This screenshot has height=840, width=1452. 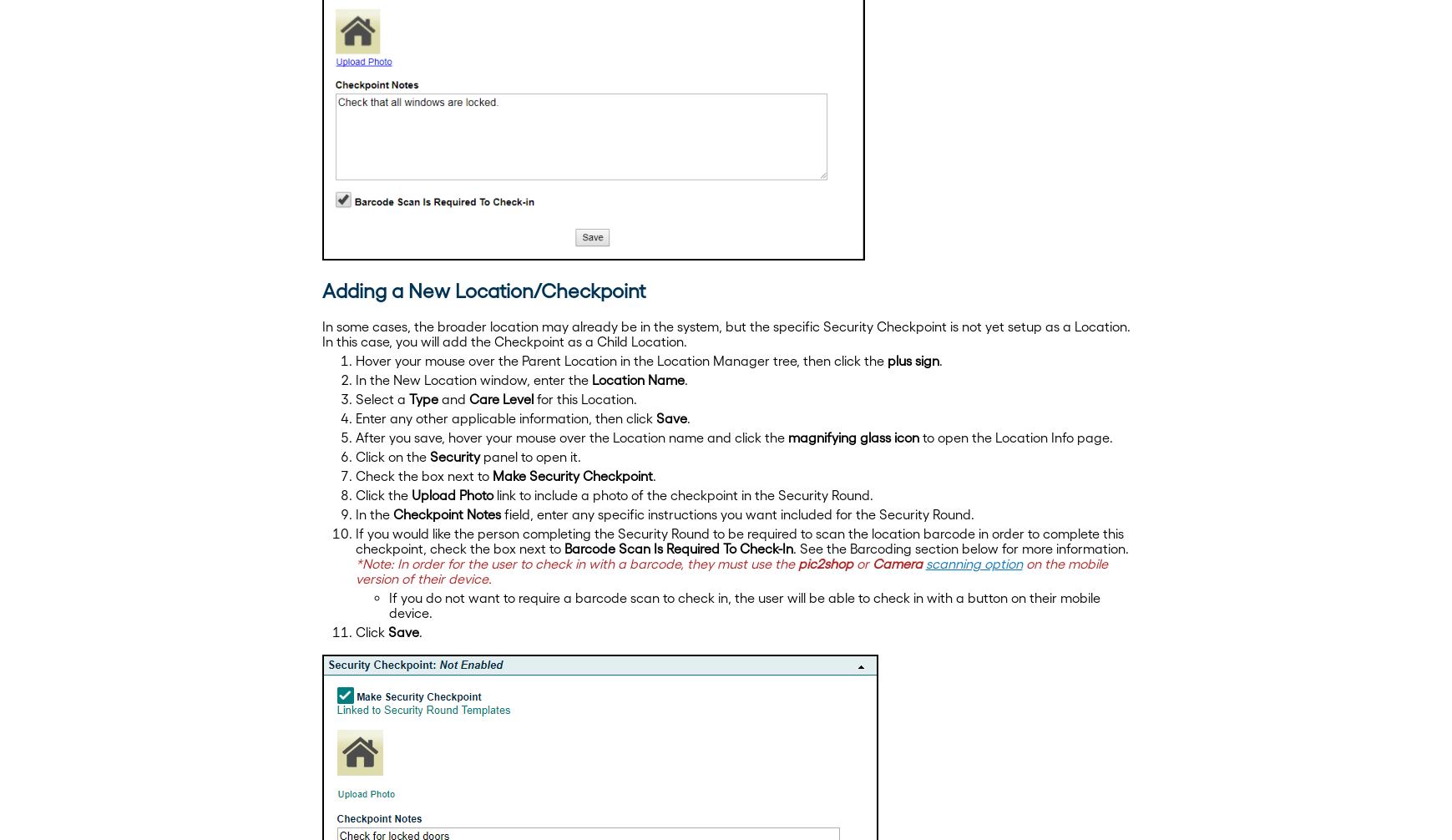 What do you see at coordinates (371, 631) in the screenshot?
I see `'Click'` at bounding box center [371, 631].